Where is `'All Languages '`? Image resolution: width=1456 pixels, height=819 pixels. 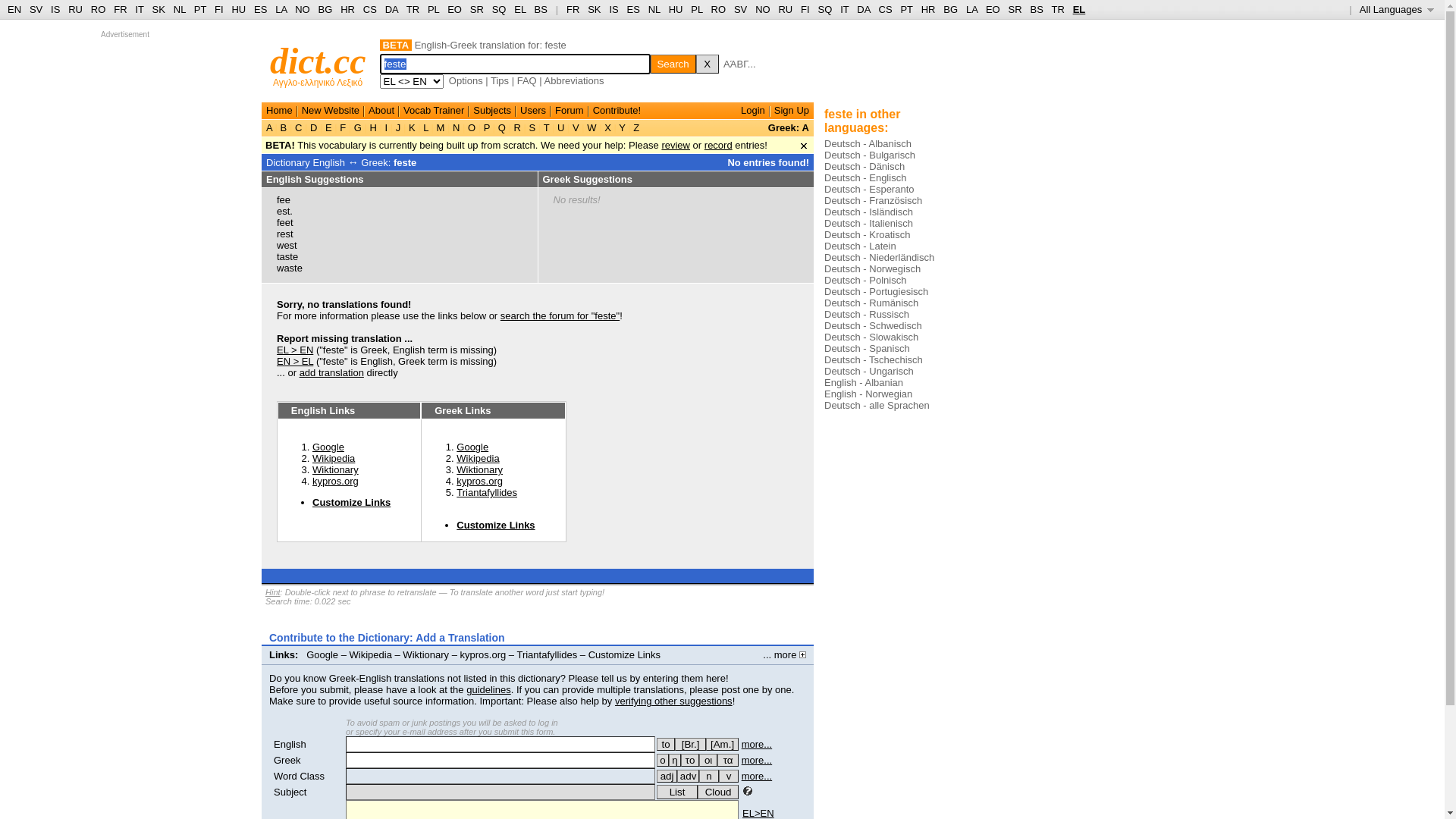
'All Languages ' is located at coordinates (1396, 9).